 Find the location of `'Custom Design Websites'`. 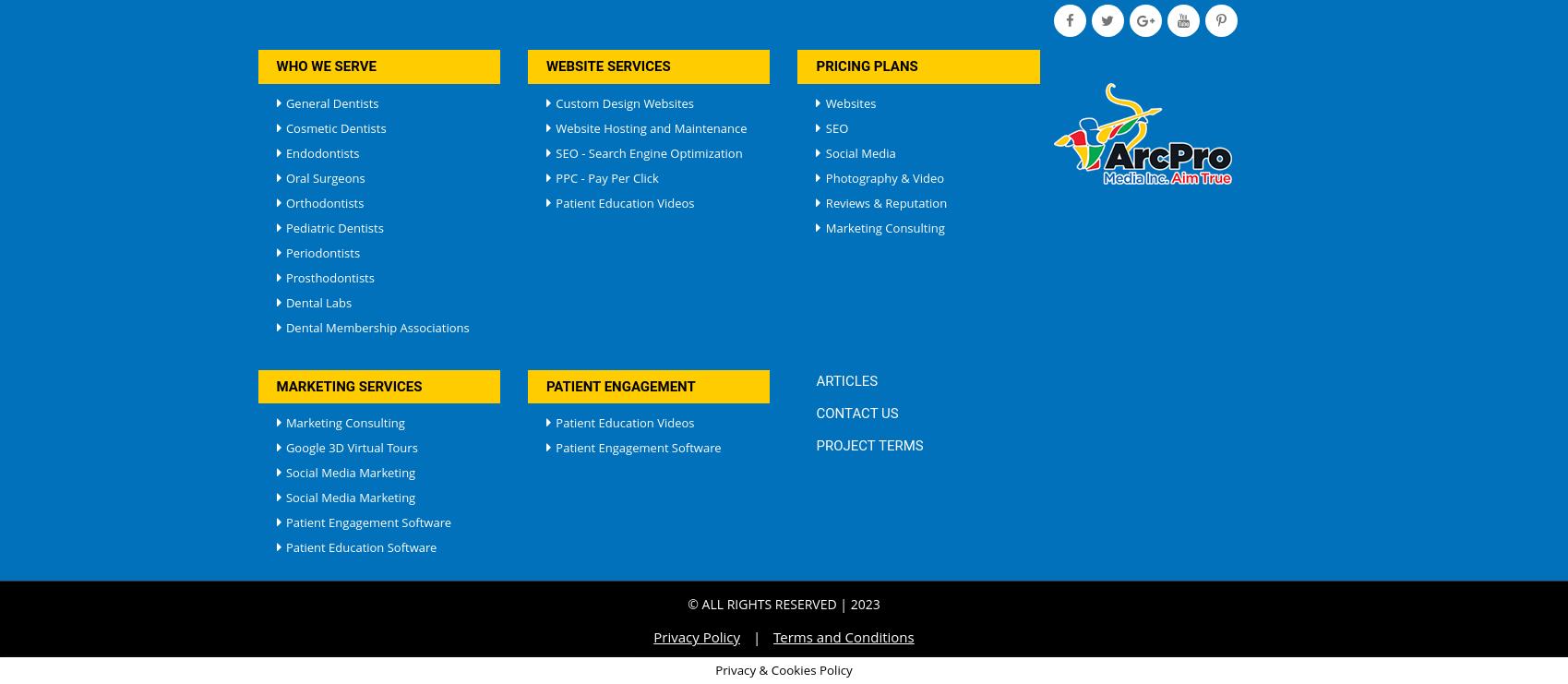

'Custom Design Websites' is located at coordinates (622, 102).